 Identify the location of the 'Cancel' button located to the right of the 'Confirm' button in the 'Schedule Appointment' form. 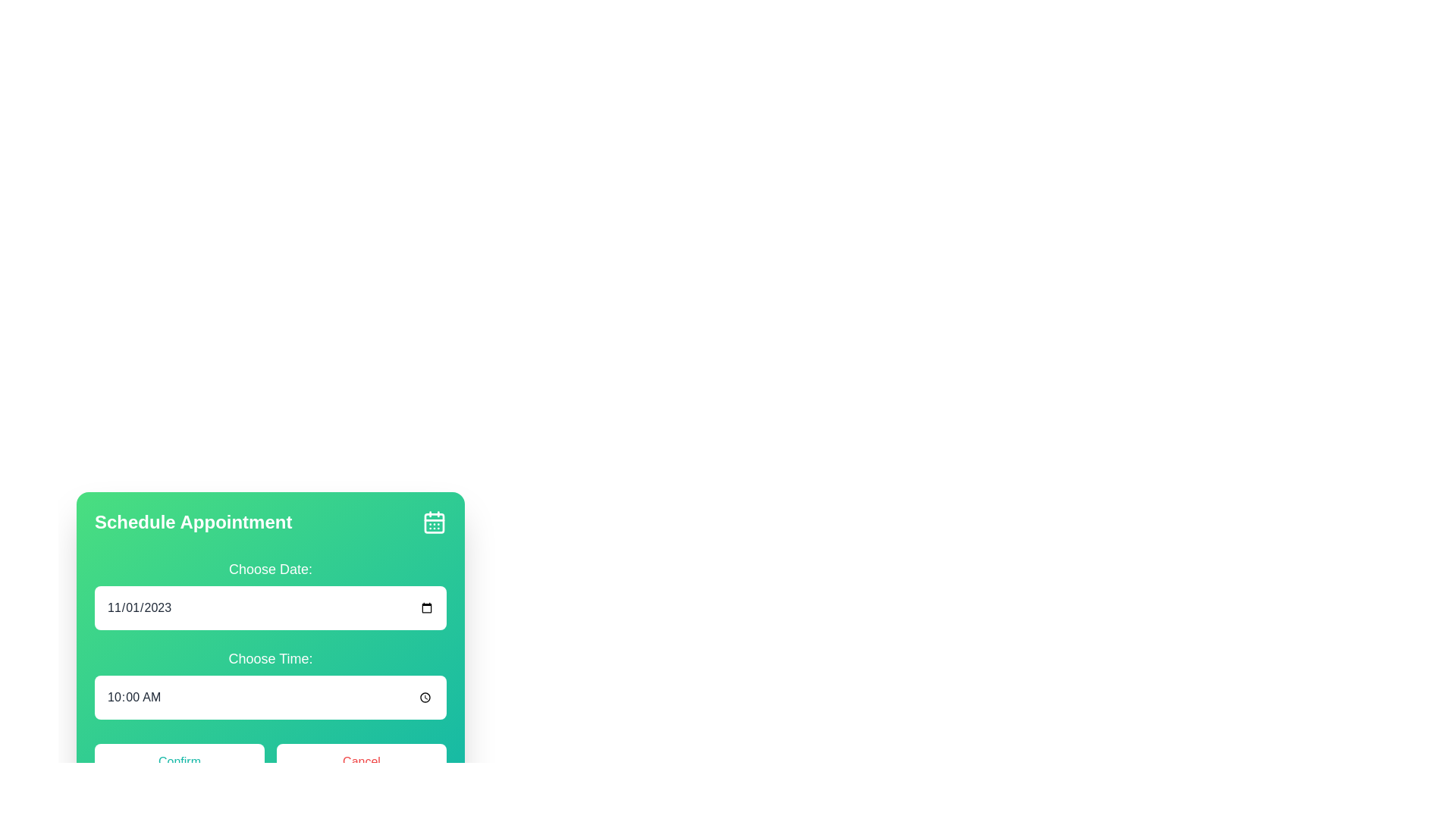
(360, 762).